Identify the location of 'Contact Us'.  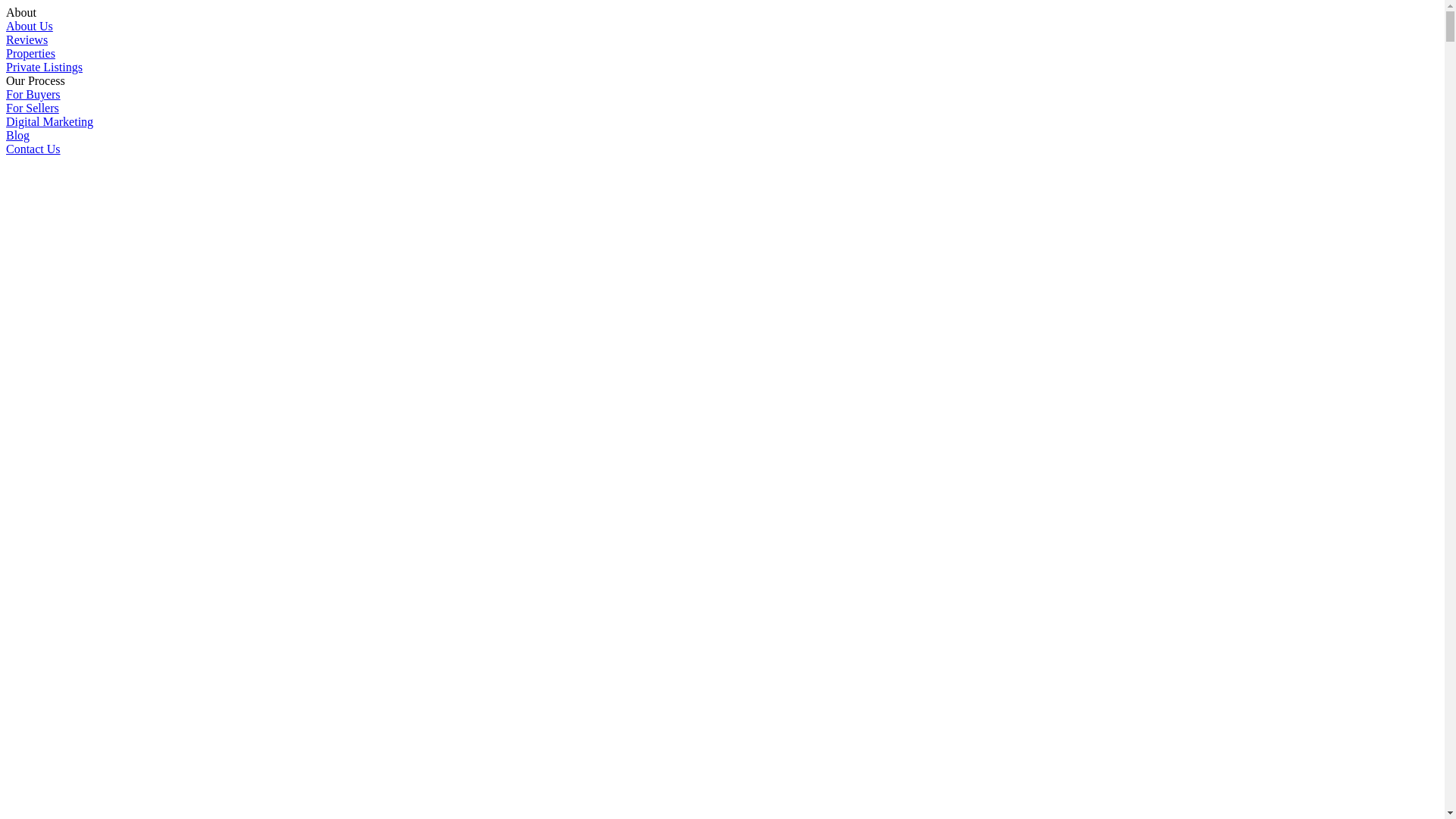
(6, 149).